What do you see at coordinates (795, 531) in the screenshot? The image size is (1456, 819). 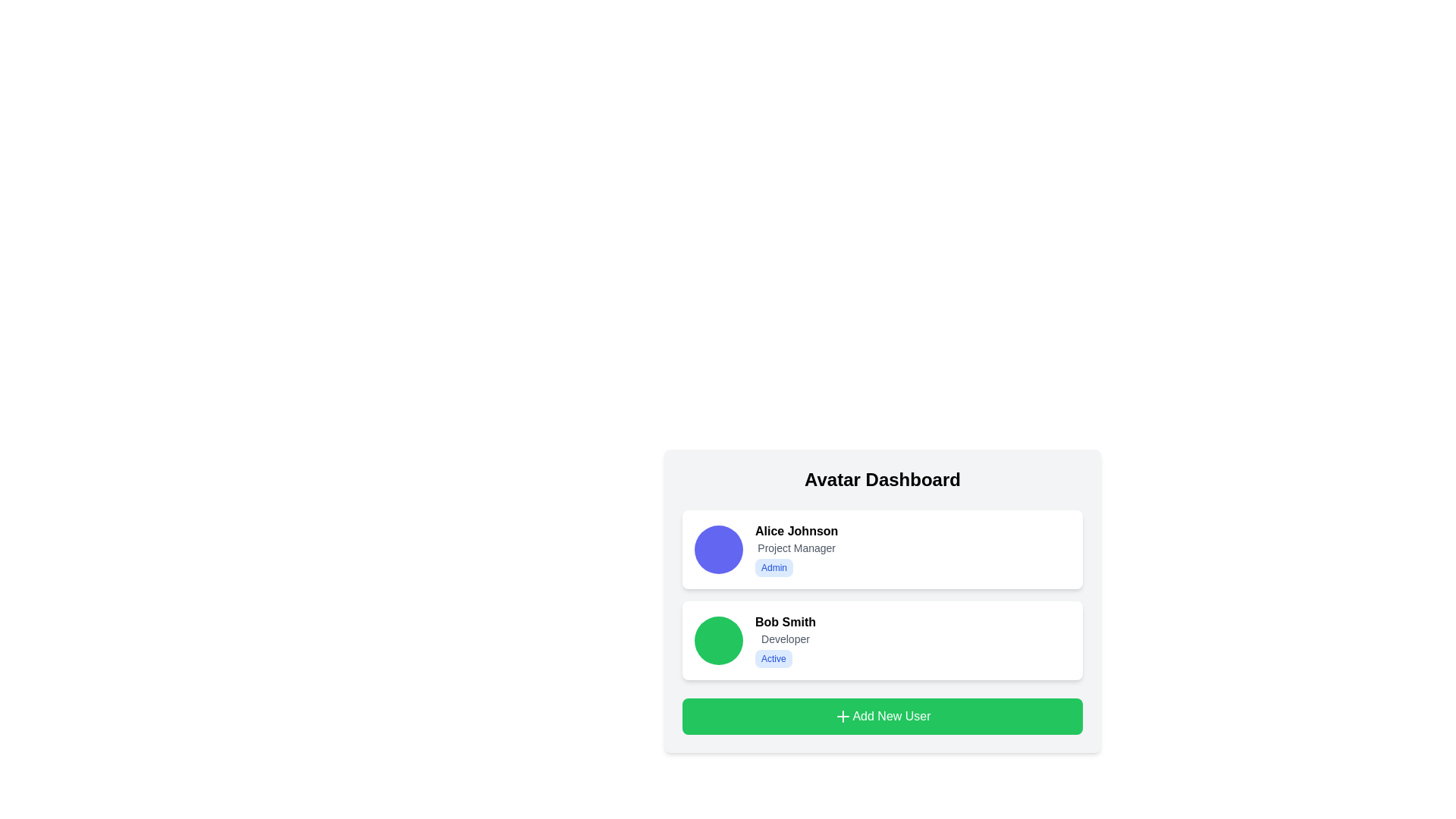 I see `the text label displaying 'Alice Johnson', which is in bold font and` at bounding box center [795, 531].